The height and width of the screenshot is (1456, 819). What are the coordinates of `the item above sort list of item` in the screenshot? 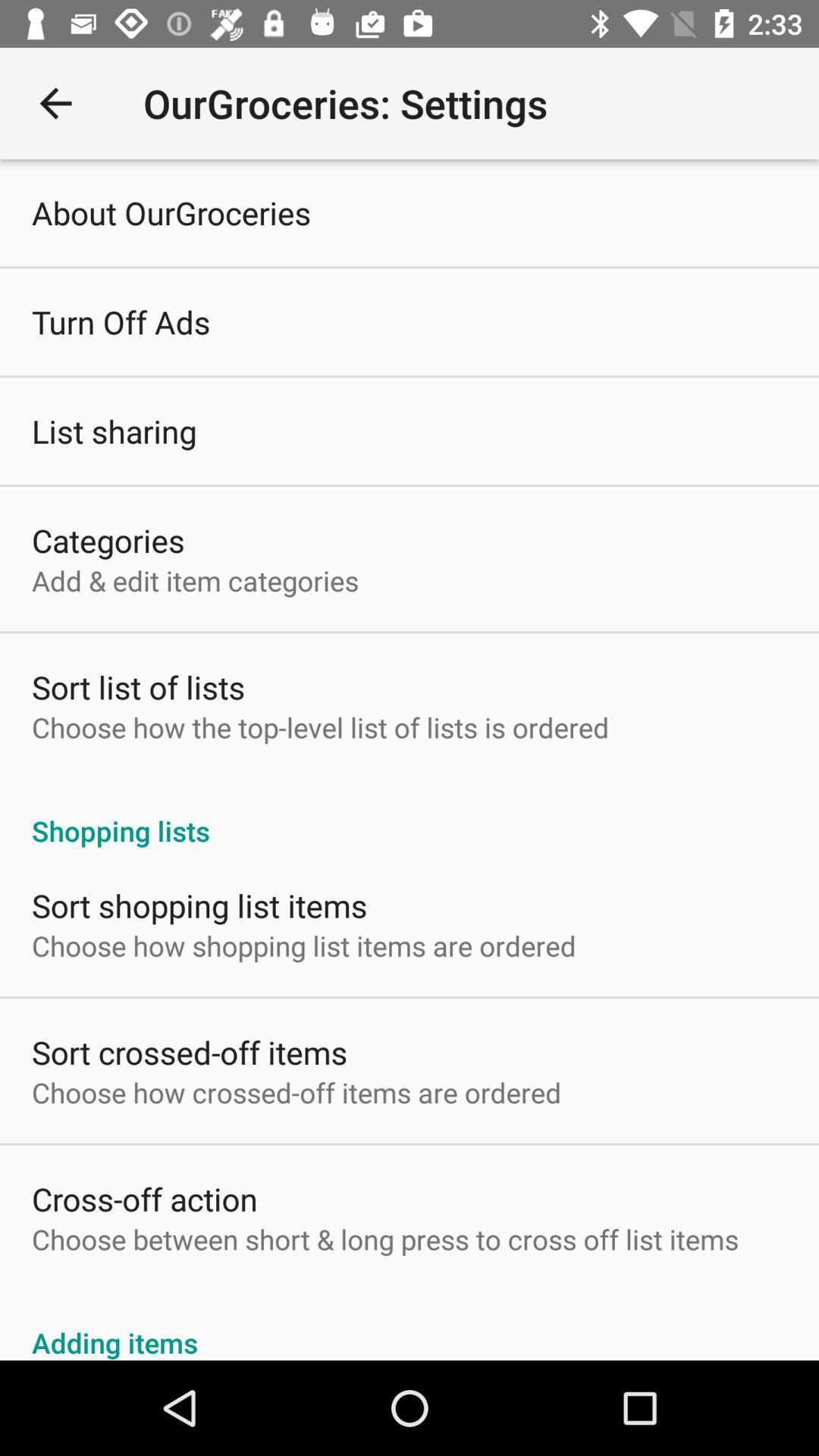 It's located at (194, 579).